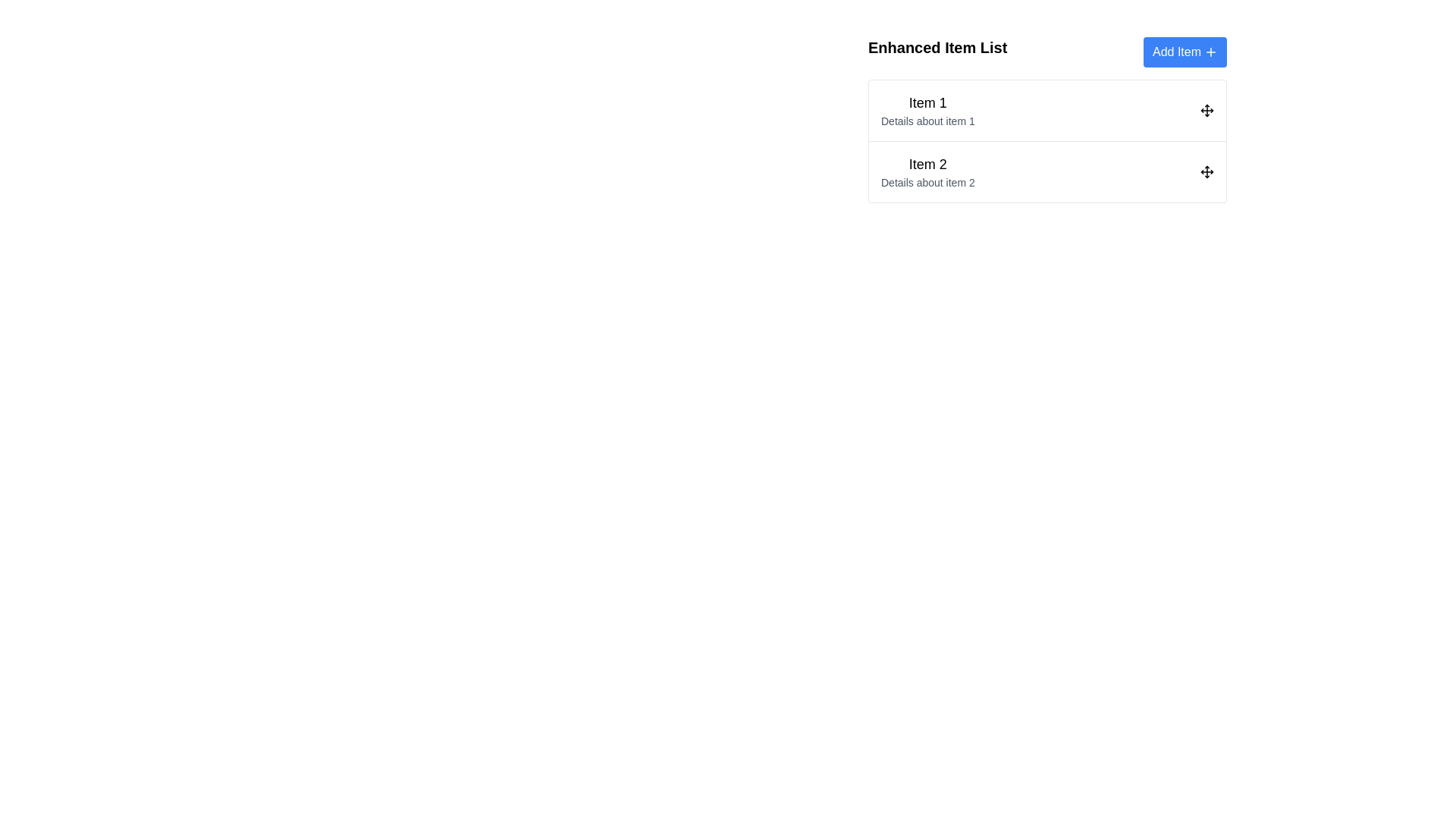 Image resolution: width=1456 pixels, height=819 pixels. I want to click on the Draggable Icon located near the right edge of the list item titled 'Item 2', so click(1207, 171).